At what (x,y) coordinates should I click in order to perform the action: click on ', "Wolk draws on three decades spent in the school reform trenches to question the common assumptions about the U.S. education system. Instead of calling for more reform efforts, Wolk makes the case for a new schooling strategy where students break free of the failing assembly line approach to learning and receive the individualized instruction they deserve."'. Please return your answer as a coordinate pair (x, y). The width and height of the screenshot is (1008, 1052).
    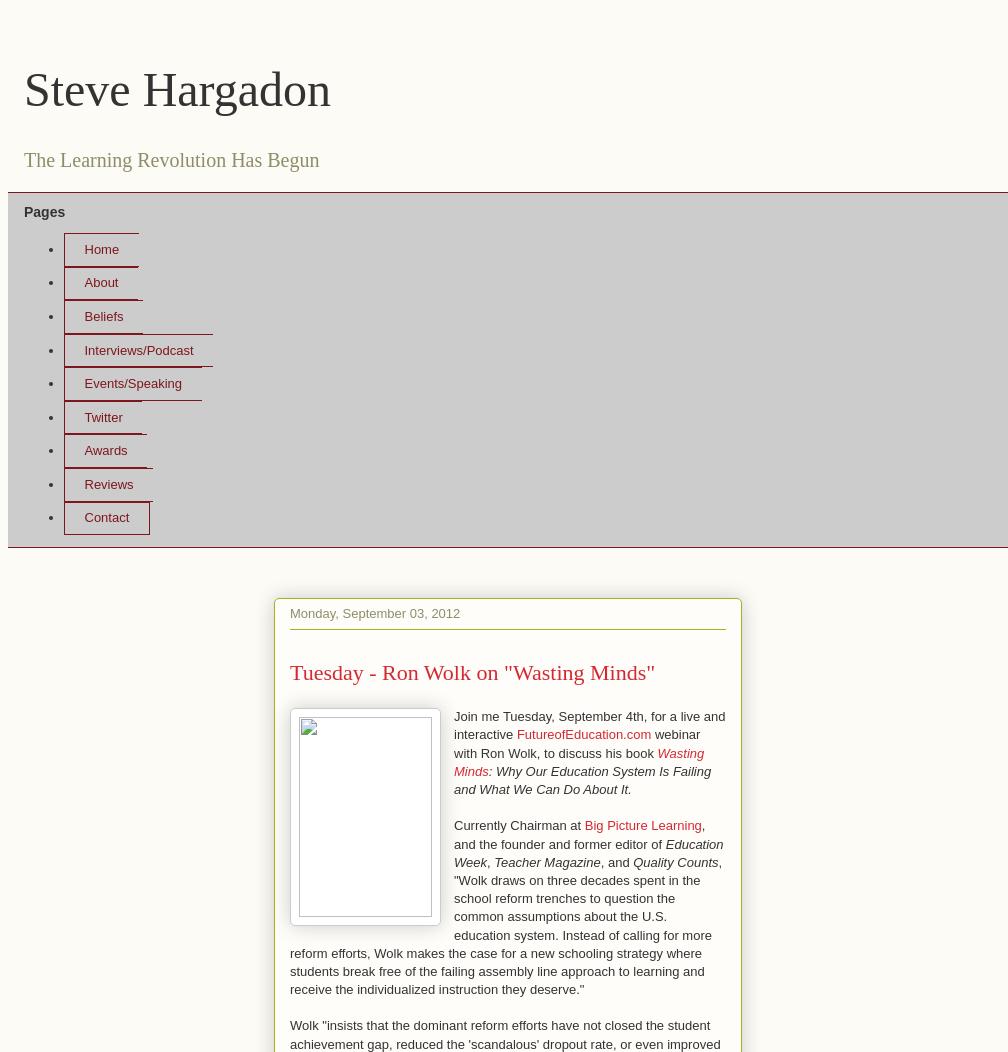
    Looking at the image, I should click on (506, 924).